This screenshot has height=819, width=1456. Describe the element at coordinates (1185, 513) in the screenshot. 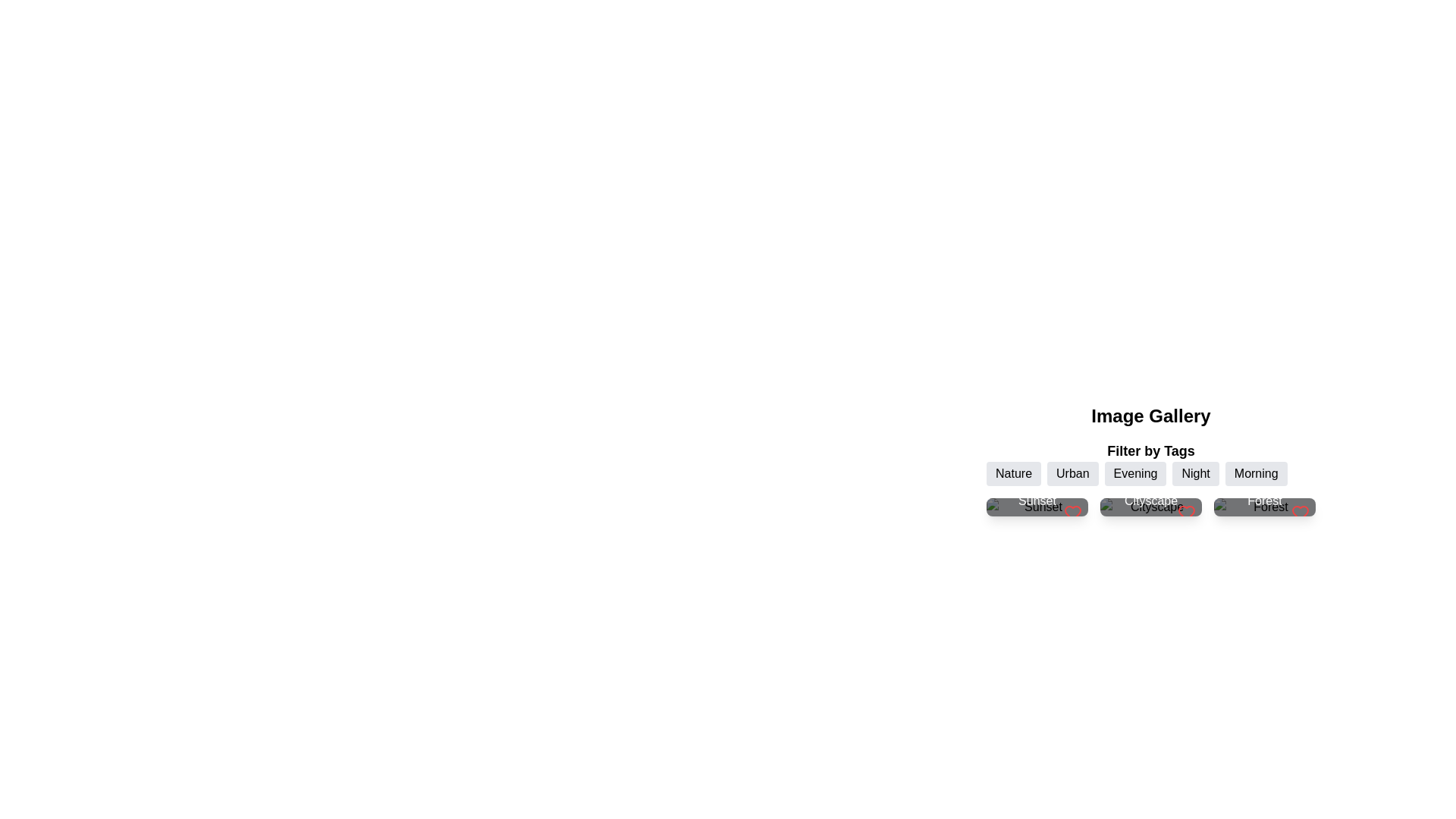

I see `the heart icon in the upper-right corner of the 'Cityscape' card` at that location.